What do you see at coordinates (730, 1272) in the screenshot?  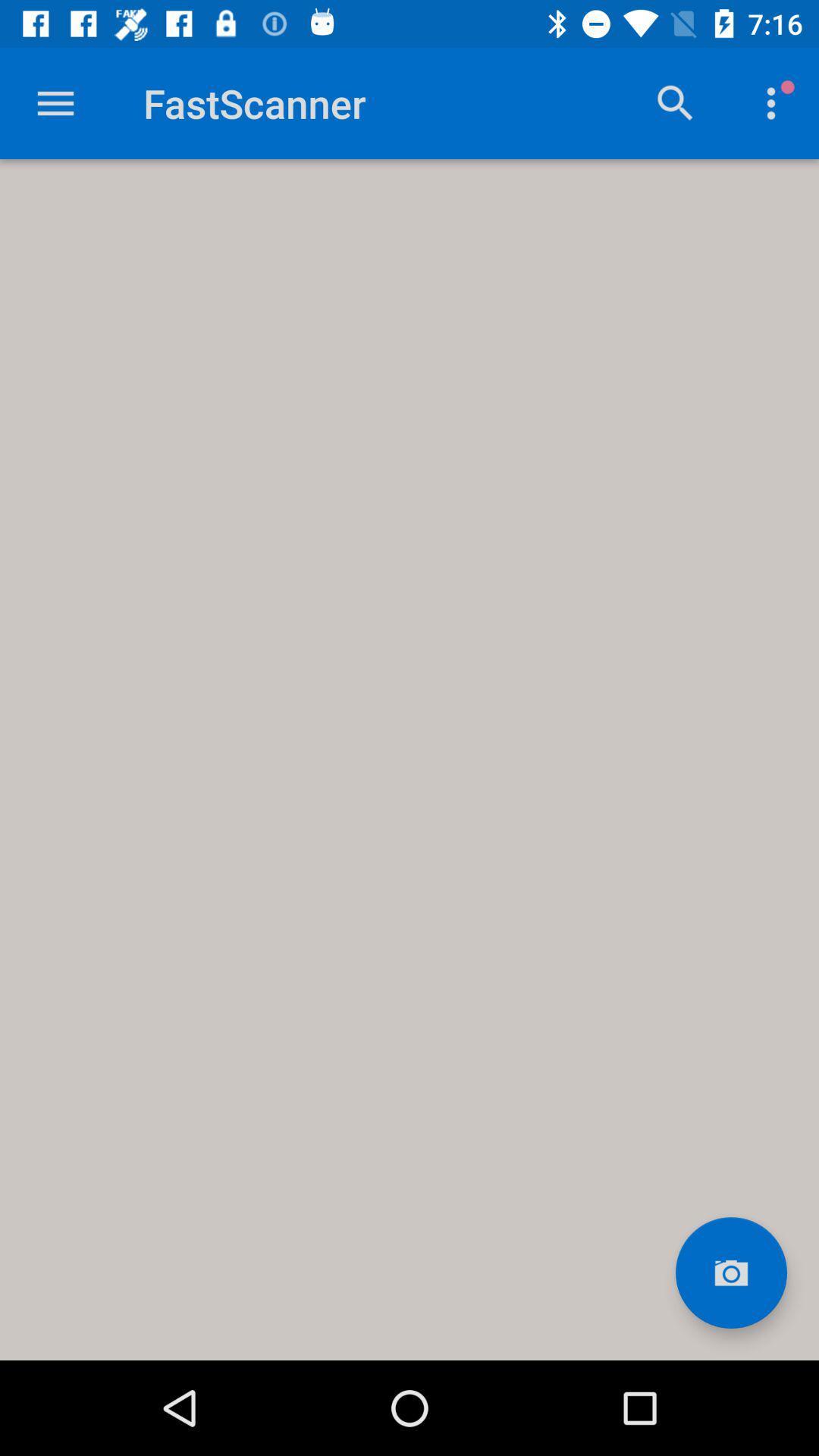 I see `take a picture` at bounding box center [730, 1272].